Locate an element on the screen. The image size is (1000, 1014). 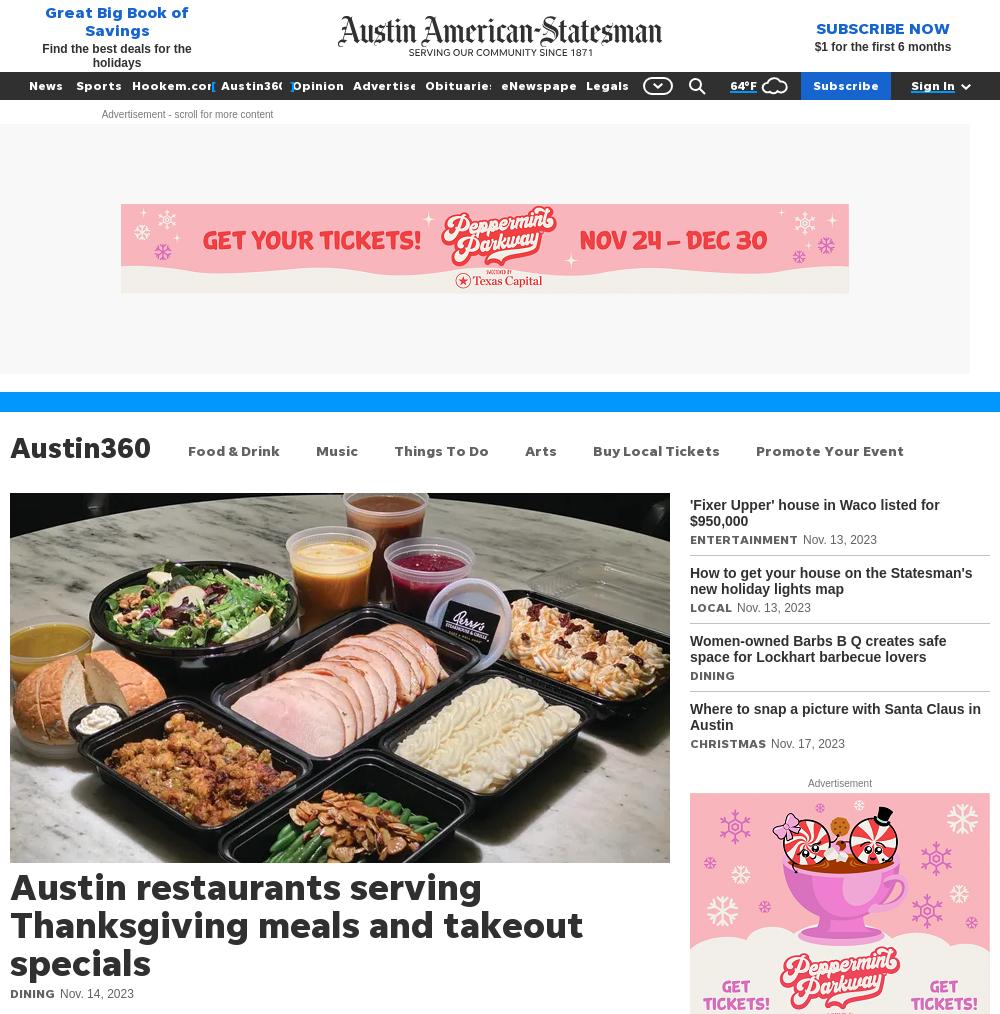
'Buy Local Tickets' is located at coordinates (656, 450).